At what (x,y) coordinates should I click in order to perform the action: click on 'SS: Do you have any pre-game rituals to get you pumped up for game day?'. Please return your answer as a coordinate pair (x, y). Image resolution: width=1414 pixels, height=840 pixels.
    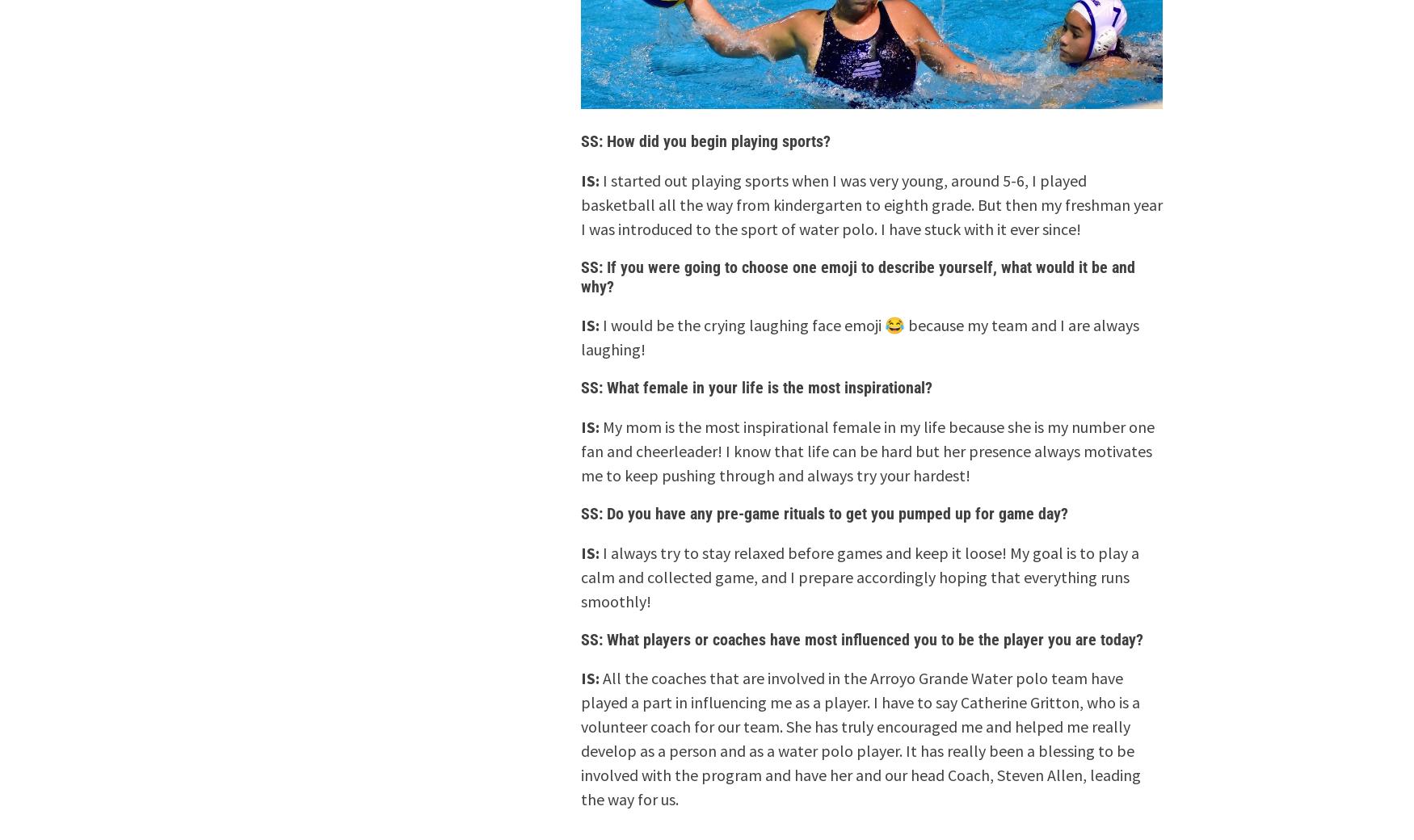
    Looking at the image, I should click on (823, 512).